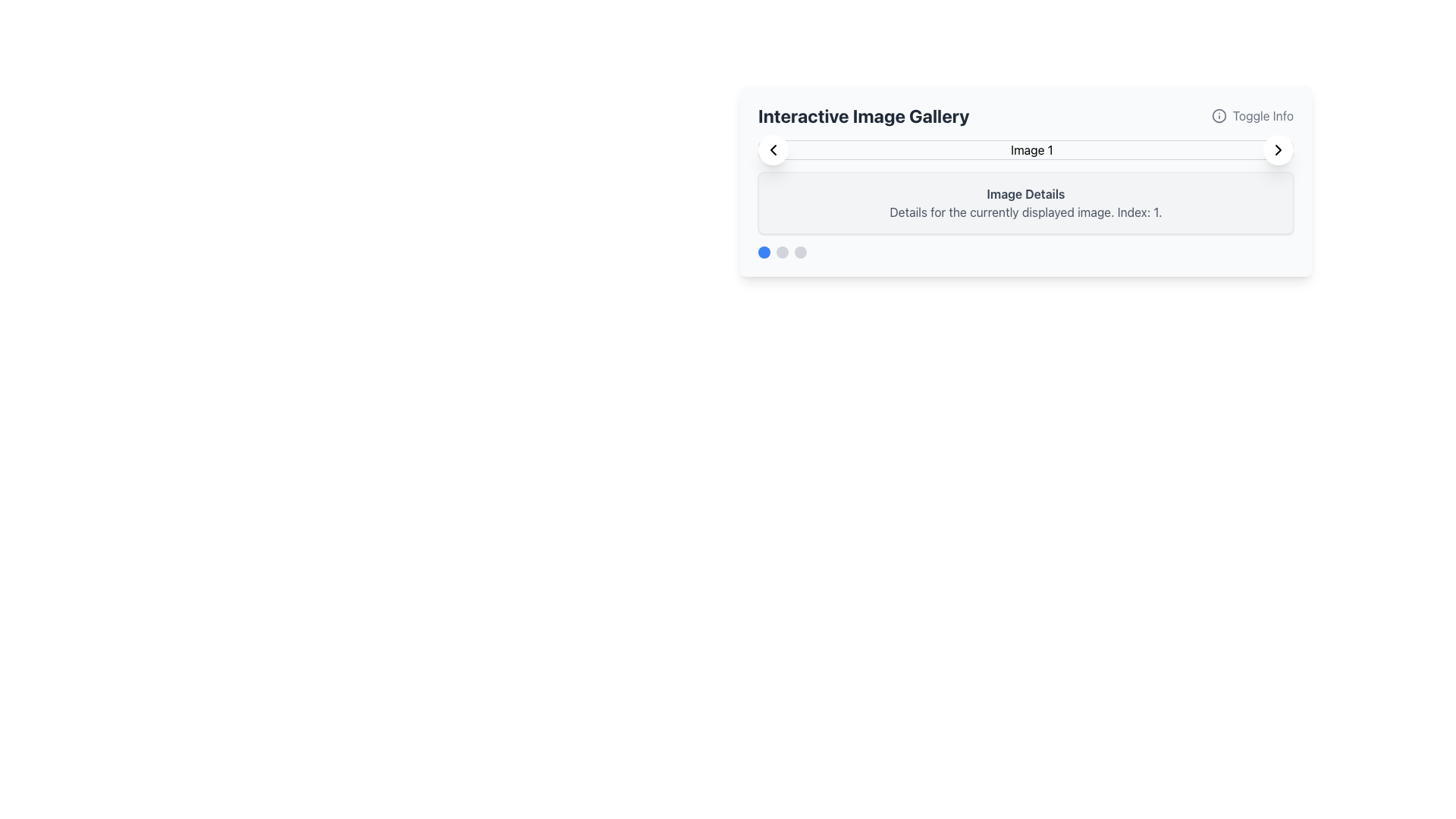  What do you see at coordinates (1026, 212) in the screenshot?
I see `the text area that displays additional details about the currently shown image, located at the bottom of the card-like component under the heading 'Image Details.'` at bounding box center [1026, 212].